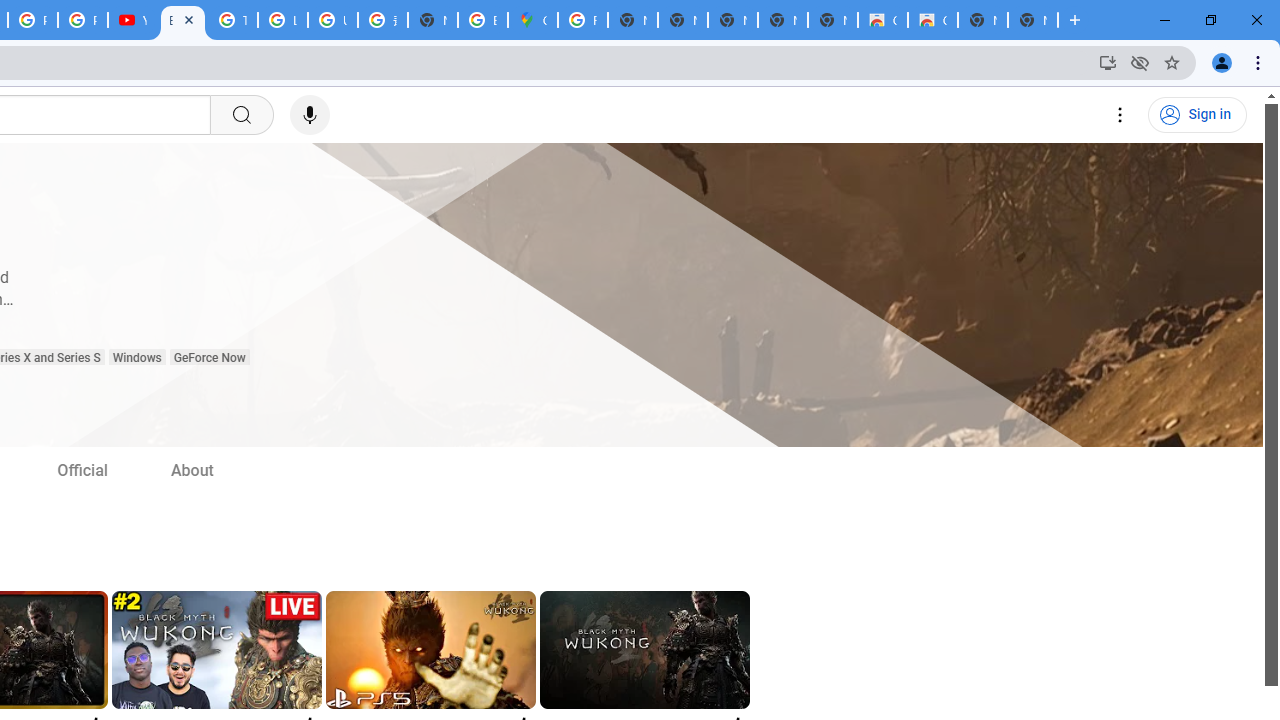  What do you see at coordinates (881, 20) in the screenshot?
I see `'Classic Blue - Chrome Web Store'` at bounding box center [881, 20].